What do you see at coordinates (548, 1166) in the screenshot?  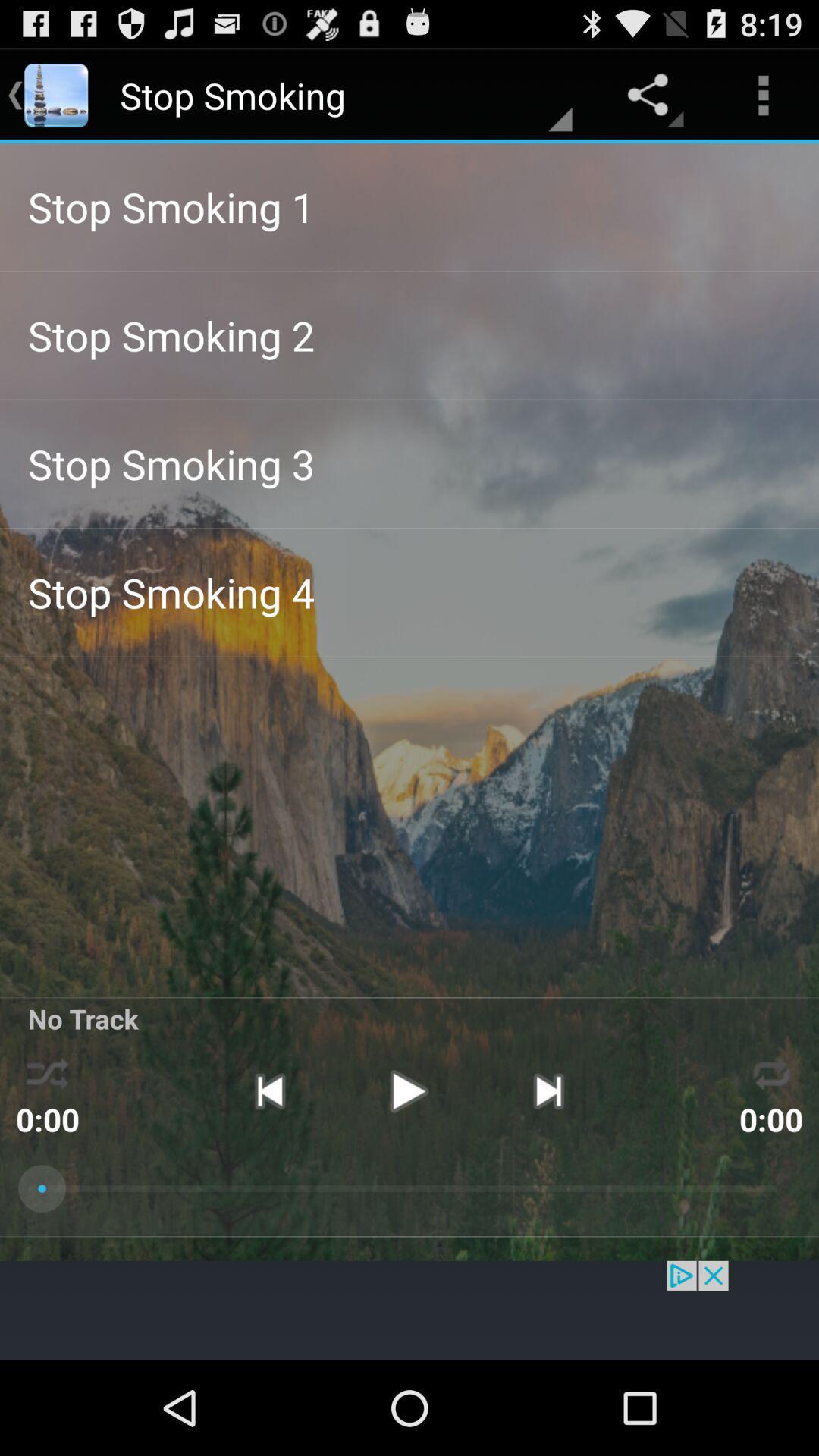 I see `the skip_next icon` at bounding box center [548, 1166].